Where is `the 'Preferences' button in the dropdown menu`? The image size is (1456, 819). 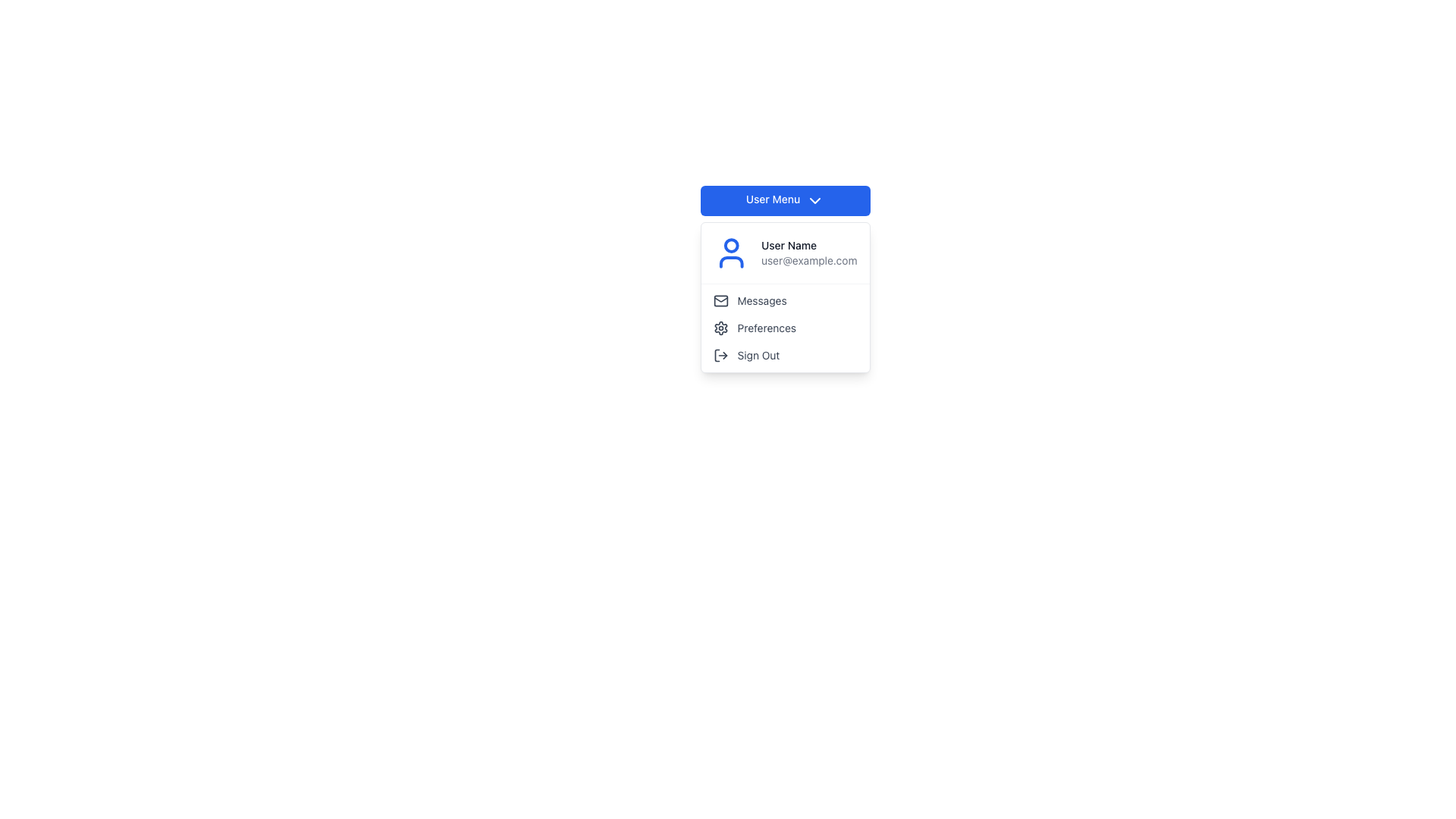 the 'Preferences' button in the dropdown menu is located at coordinates (785, 327).